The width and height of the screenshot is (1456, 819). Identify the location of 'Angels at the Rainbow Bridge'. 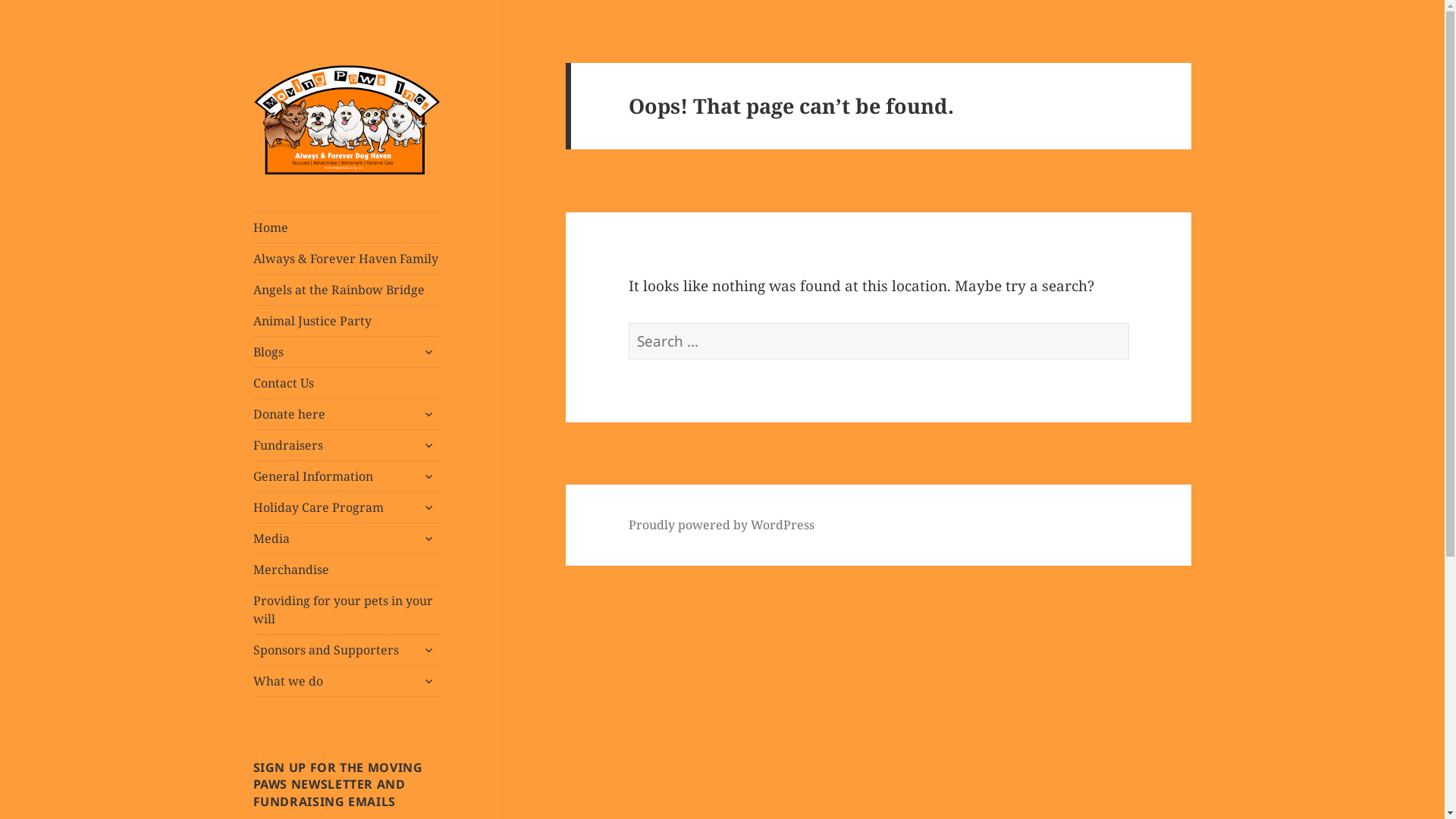
(346, 289).